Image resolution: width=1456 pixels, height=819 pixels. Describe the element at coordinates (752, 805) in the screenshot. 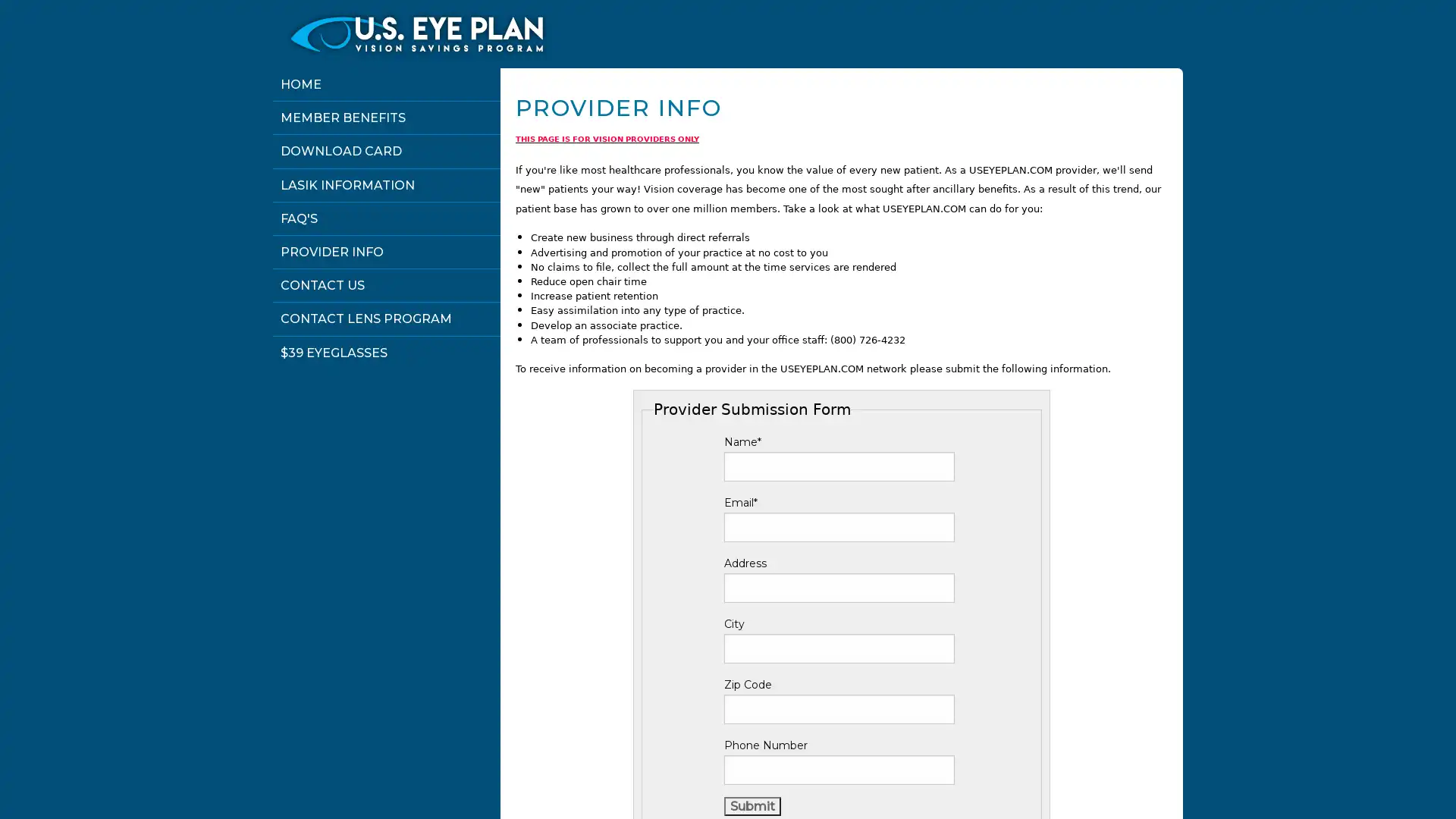

I see `Submit` at that location.